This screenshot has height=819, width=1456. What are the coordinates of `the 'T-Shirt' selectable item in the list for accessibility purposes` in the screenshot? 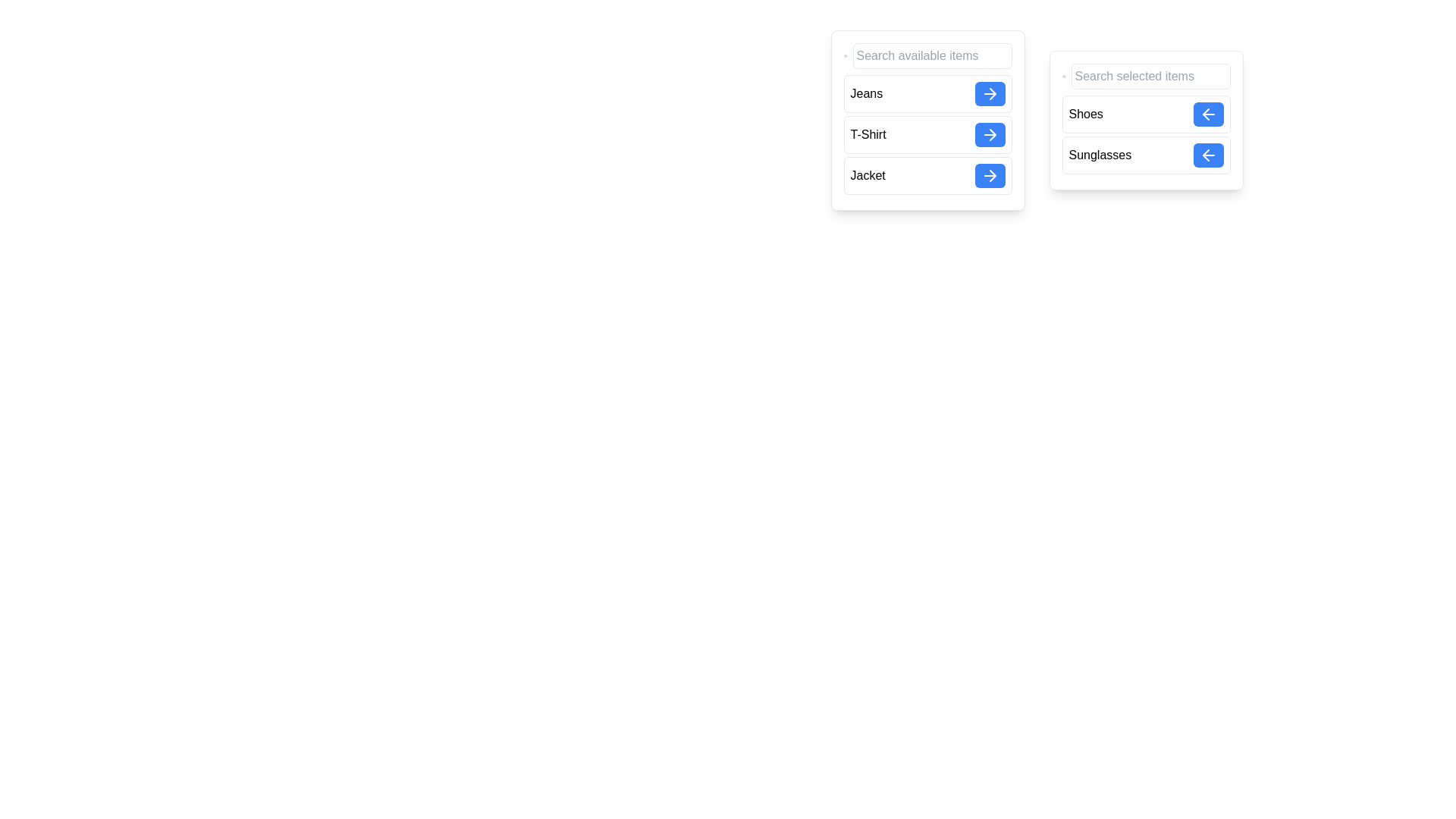 It's located at (927, 133).